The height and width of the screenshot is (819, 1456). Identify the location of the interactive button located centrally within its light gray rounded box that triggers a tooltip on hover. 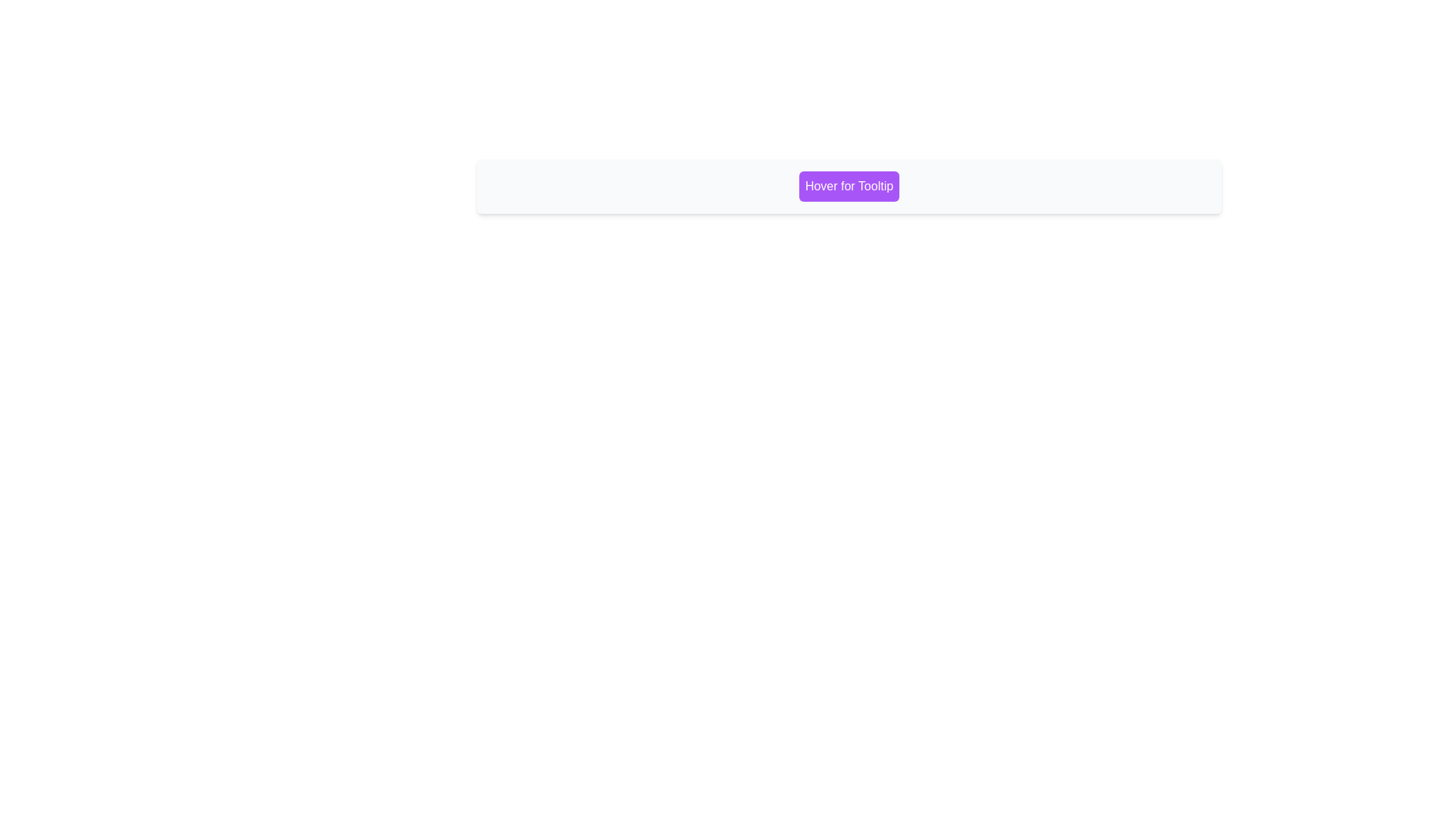
(847, 186).